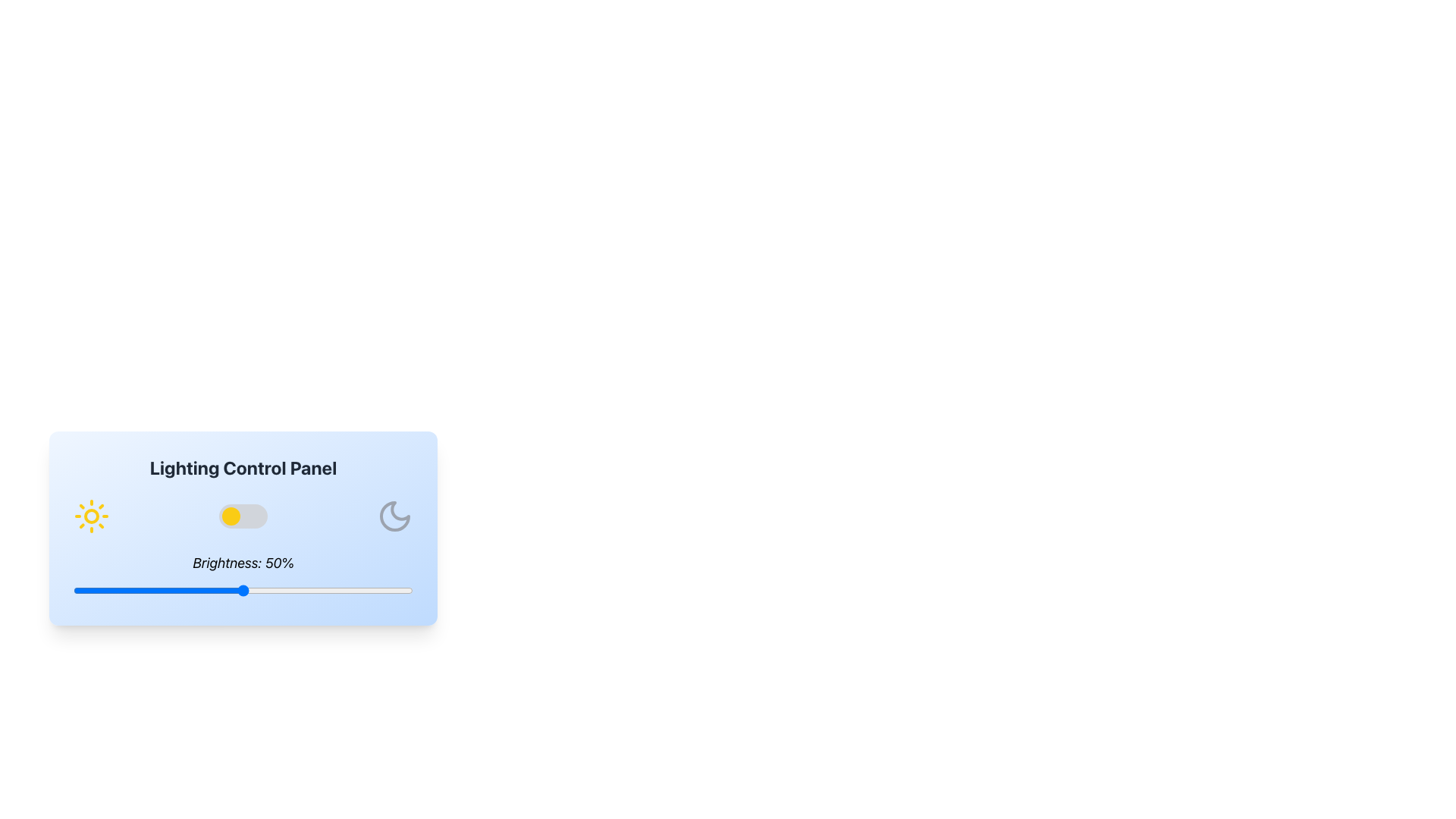 The image size is (1456, 819). What do you see at coordinates (243, 516) in the screenshot?
I see `the toggle switch in the center of the 'Lighting Control Panel' interface` at bounding box center [243, 516].